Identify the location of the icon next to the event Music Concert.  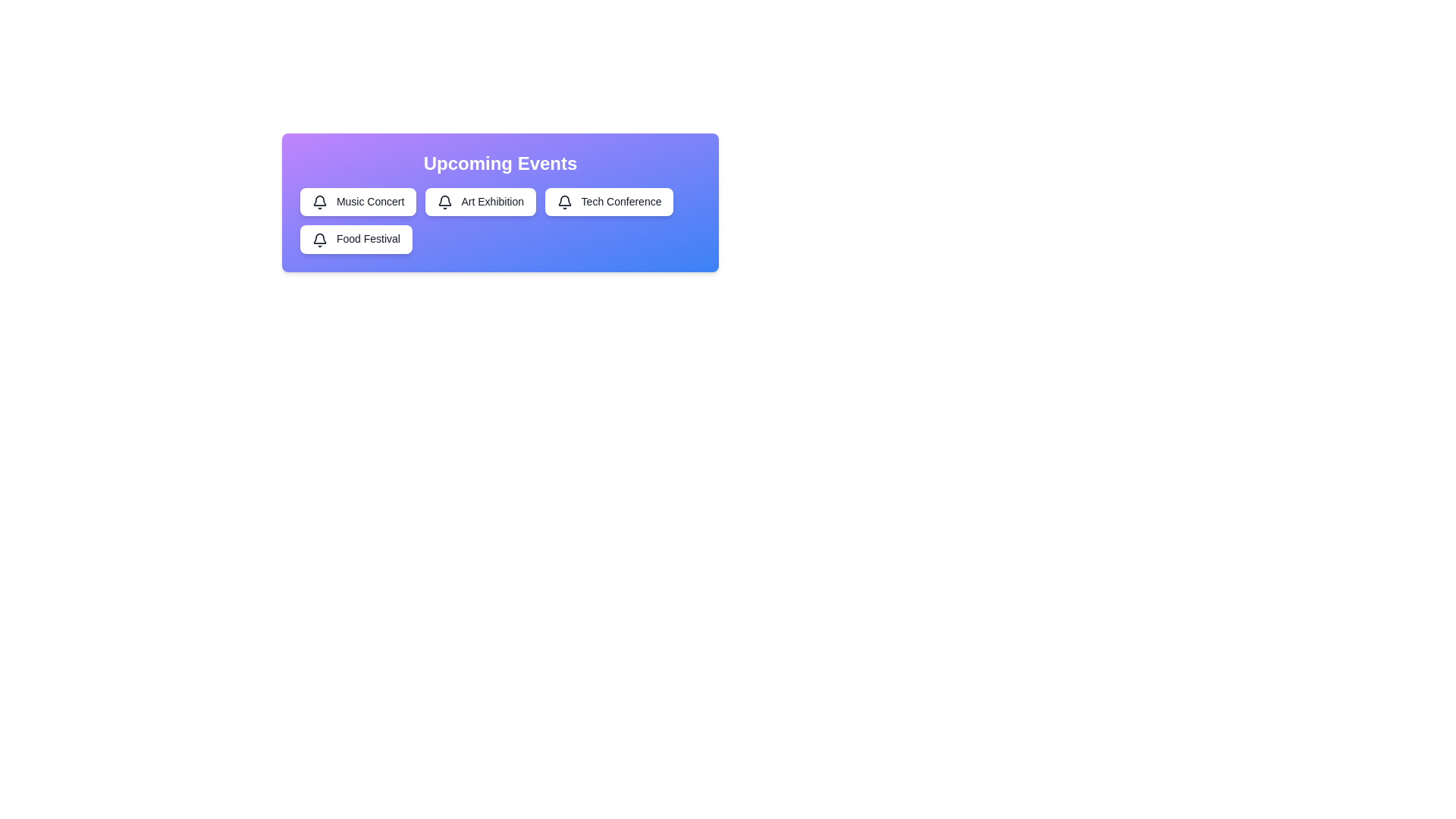
(319, 201).